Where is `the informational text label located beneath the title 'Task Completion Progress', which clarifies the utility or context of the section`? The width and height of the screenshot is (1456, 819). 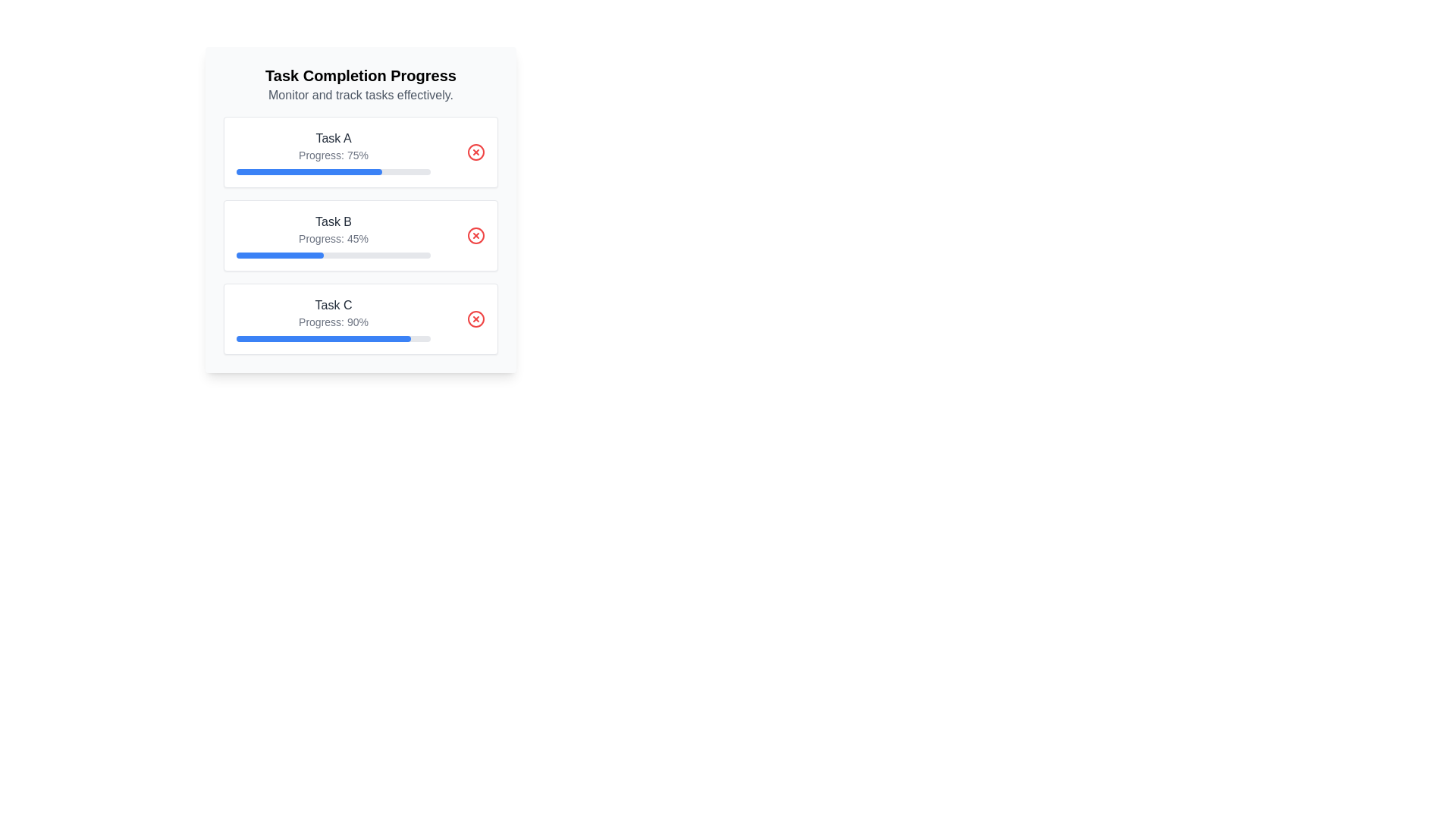
the informational text label located beneath the title 'Task Completion Progress', which clarifies the utility or context of the section is located at coordinates (359, 96).